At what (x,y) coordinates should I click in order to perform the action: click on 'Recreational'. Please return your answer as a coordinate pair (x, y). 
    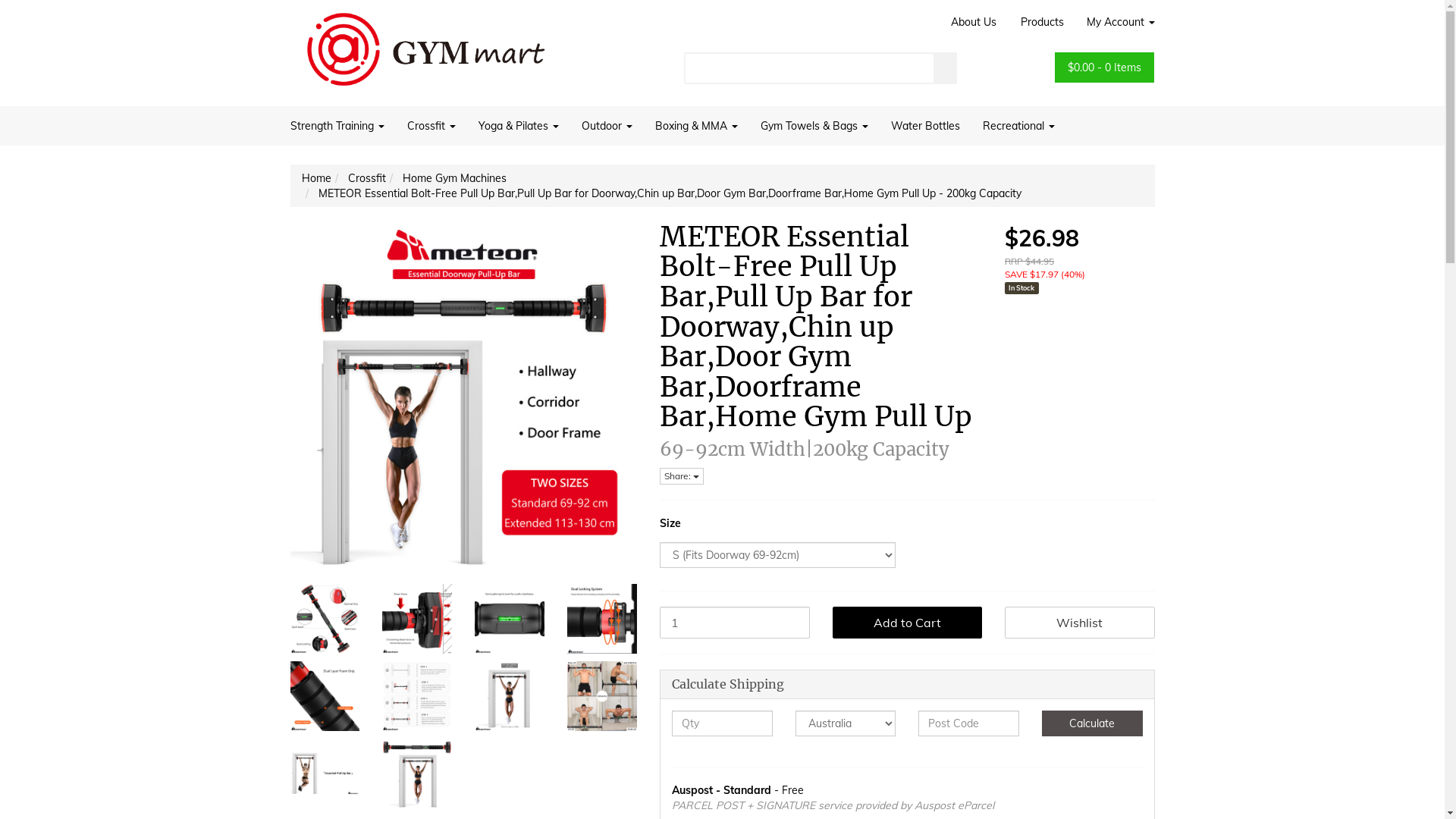
    Looking at the image, I should click on (971, 124).